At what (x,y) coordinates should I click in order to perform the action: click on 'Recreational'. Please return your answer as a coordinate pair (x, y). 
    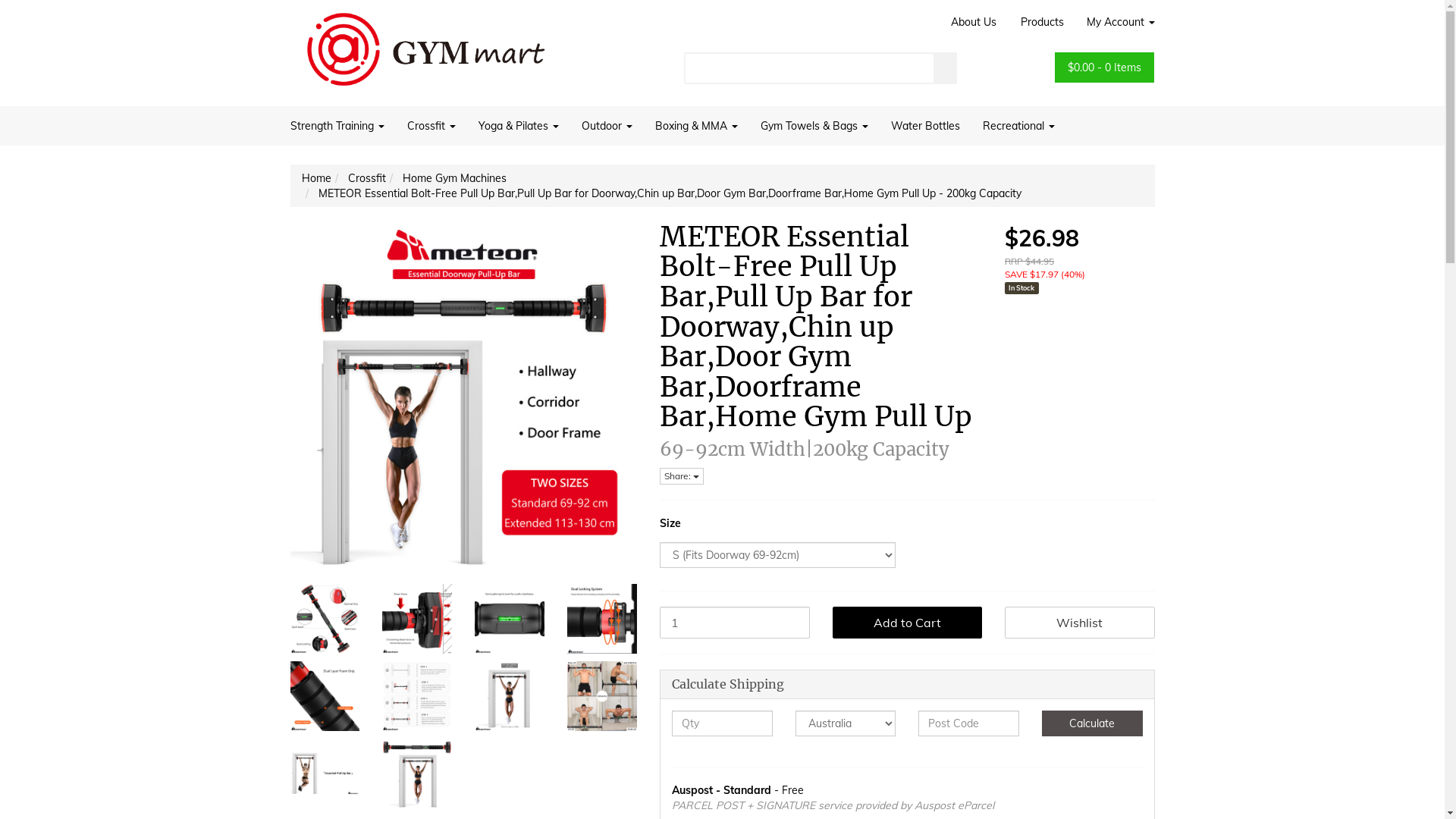
    Looking at the image, I should click on (971, 124).